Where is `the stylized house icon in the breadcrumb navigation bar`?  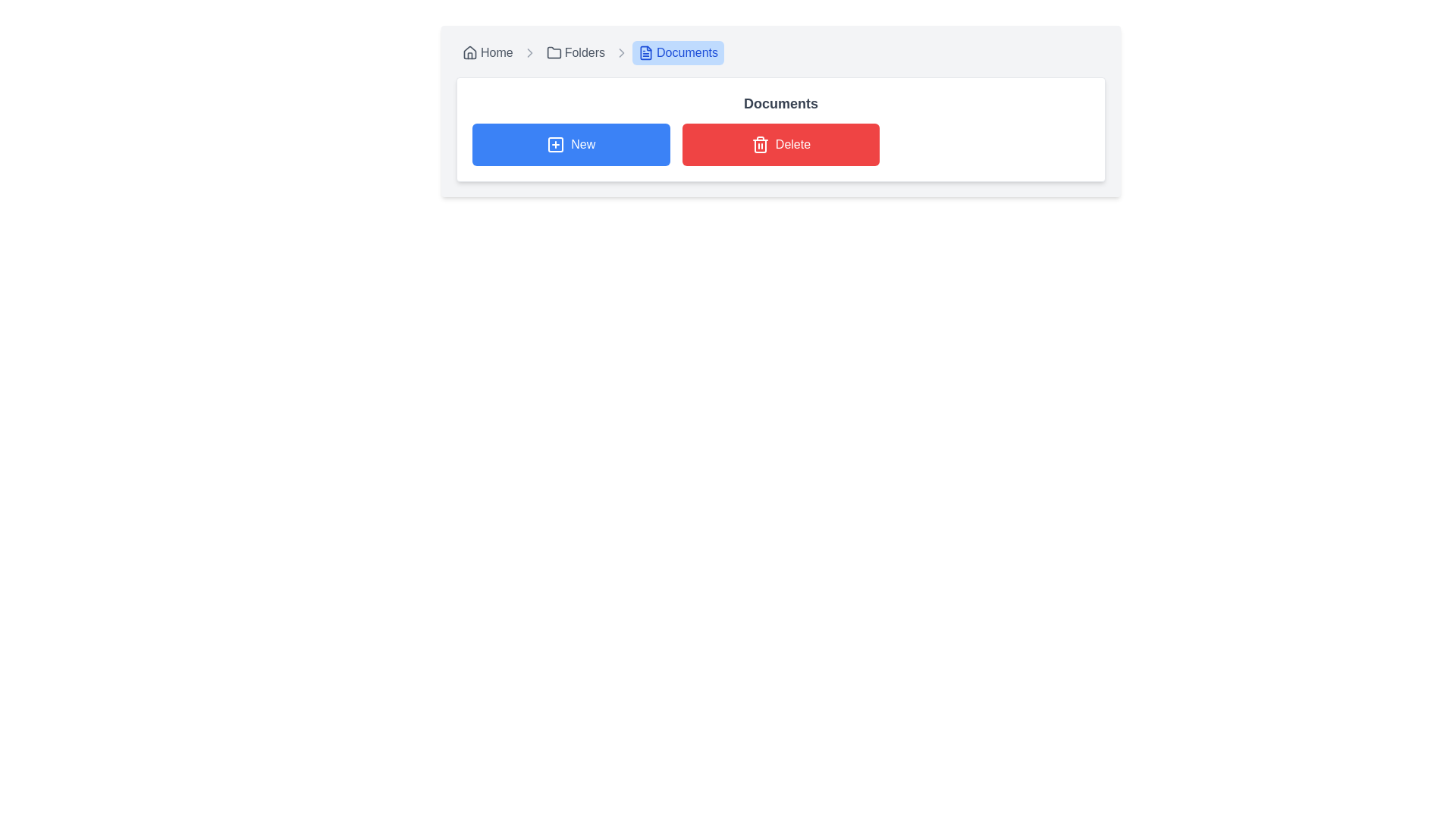
the stylized house icon in the breadcrumb navigation bar is located at coordinates (469, 52).